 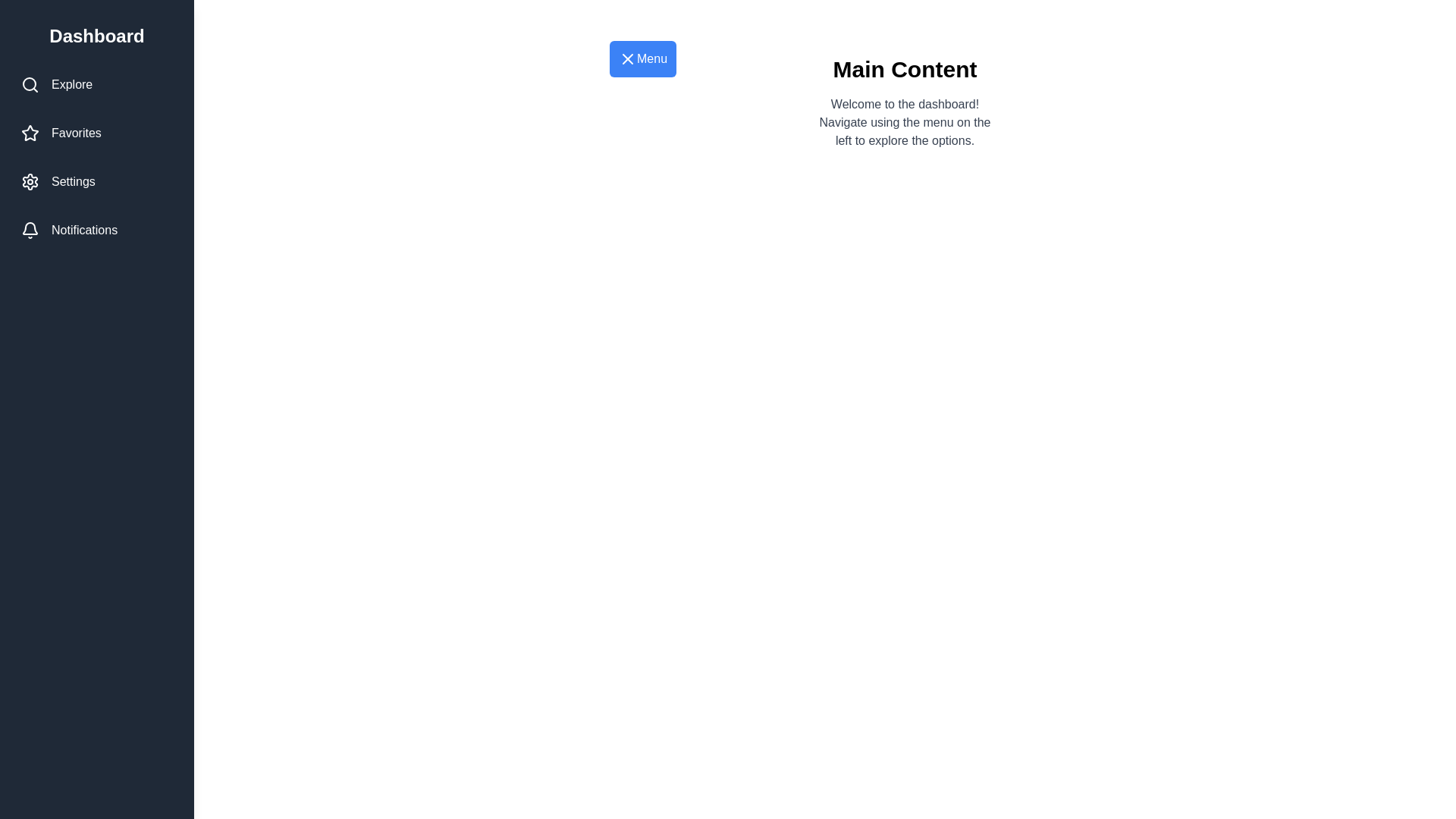 What do you see at coordinates (96, 231) in the screenshot?
I see `the notifications button located as the fourth item in the vertical sidebar menu, positioned directly below the Settings menu item, to provide visual feedback` at bounding box center [96, 231].